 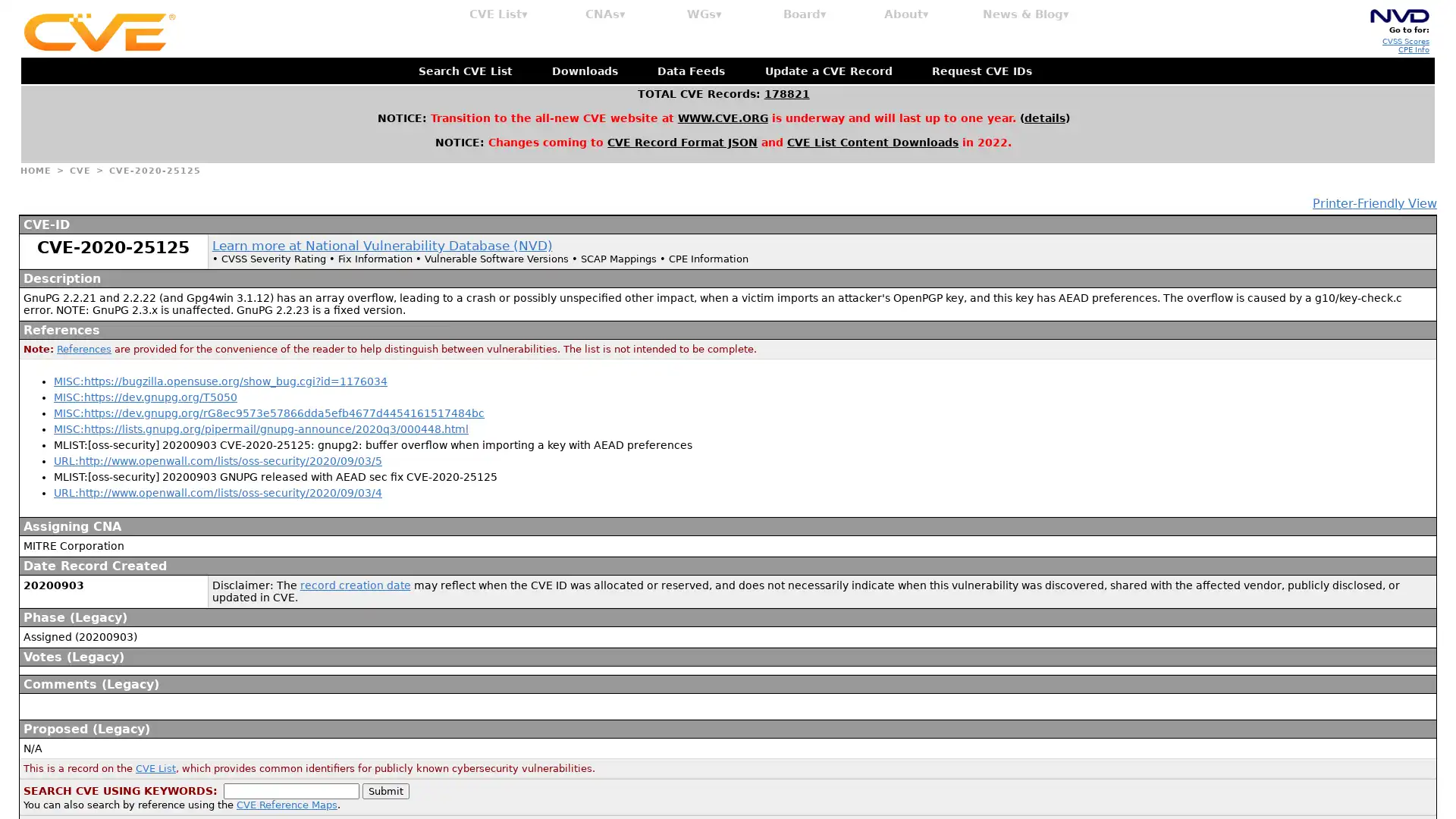 I want to click on CVE List, so click(x=498, y=14).